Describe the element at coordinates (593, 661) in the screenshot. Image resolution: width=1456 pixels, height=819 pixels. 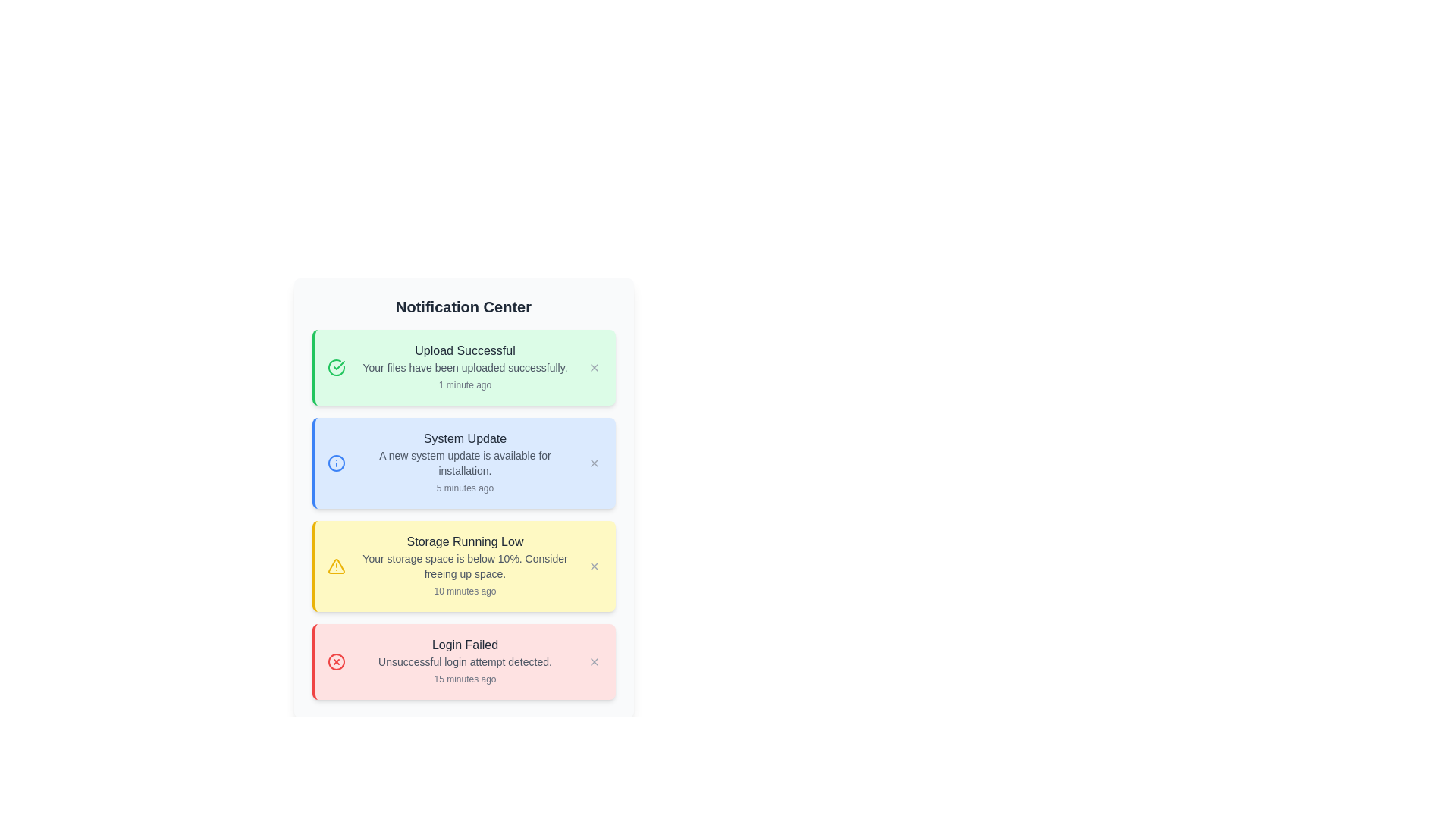
I see `the close button icon on the far-right side of the 'Login Failed' notification entry in the Notification Center` at that location.